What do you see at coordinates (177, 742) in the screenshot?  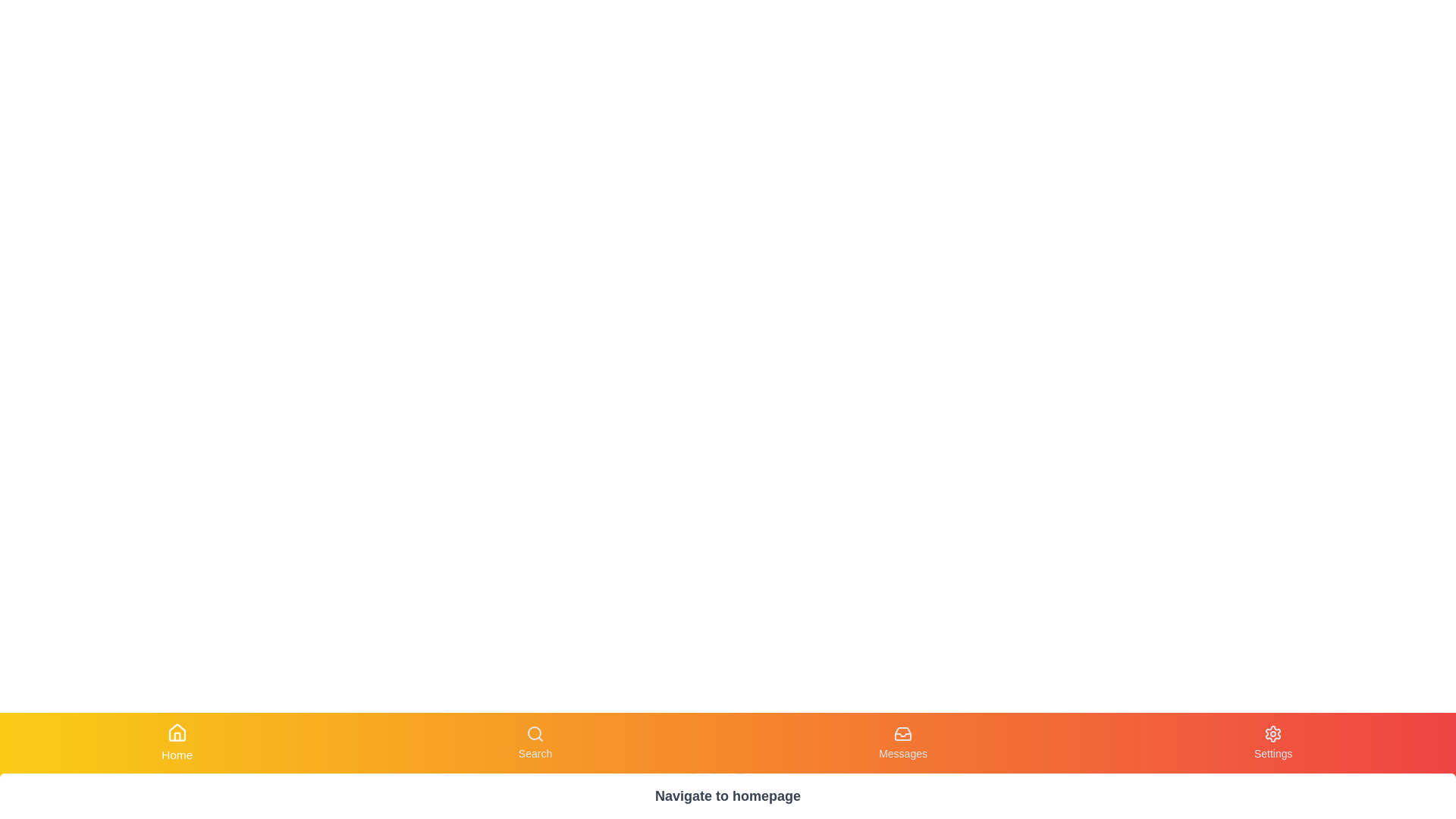 I see `the Home button to observe visual changes` at bounding box center [177, 742].